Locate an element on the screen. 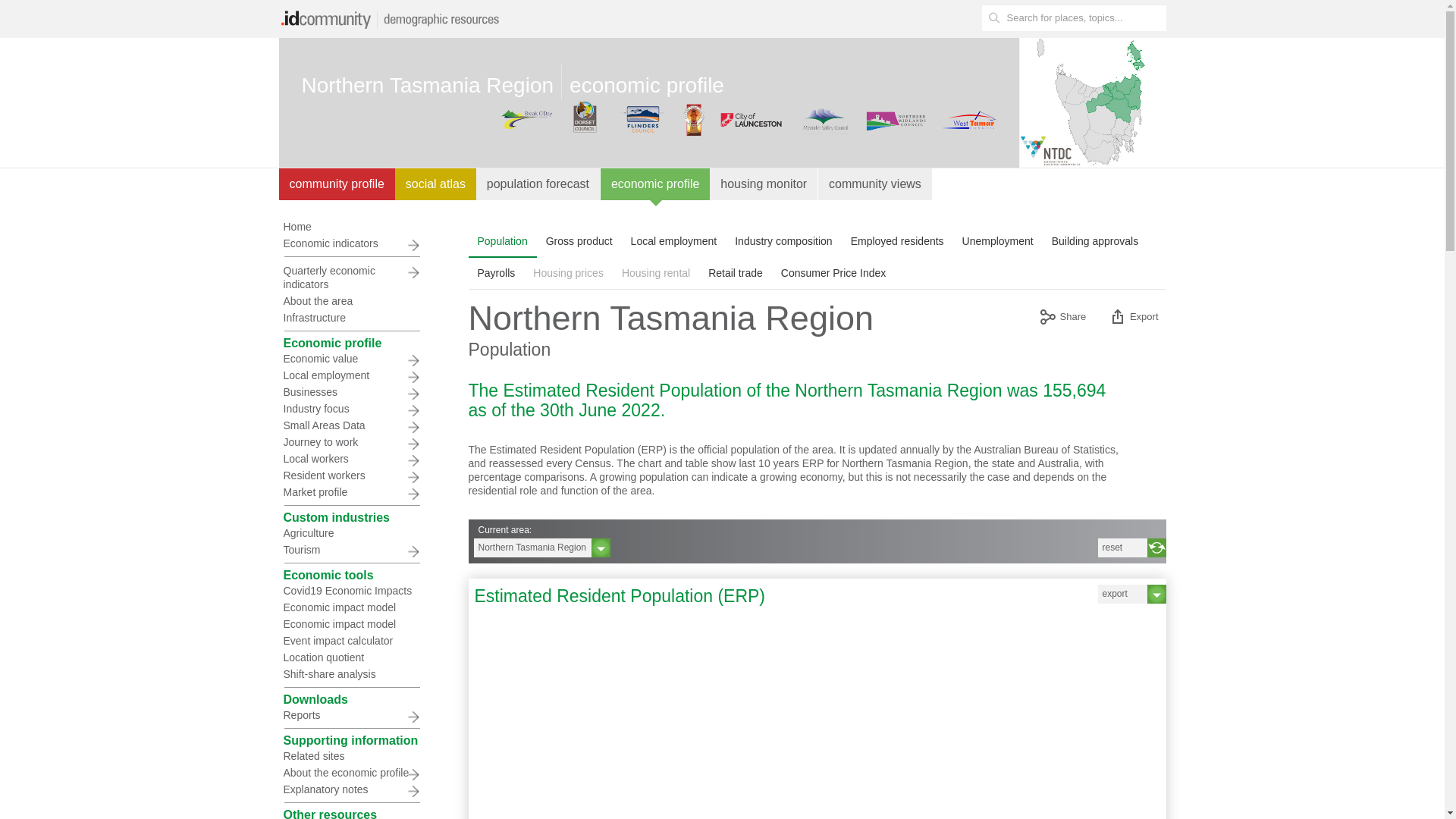 This screenshot has width=1456, height=819. 'Industry composition' is located at coordinates (783, 240).